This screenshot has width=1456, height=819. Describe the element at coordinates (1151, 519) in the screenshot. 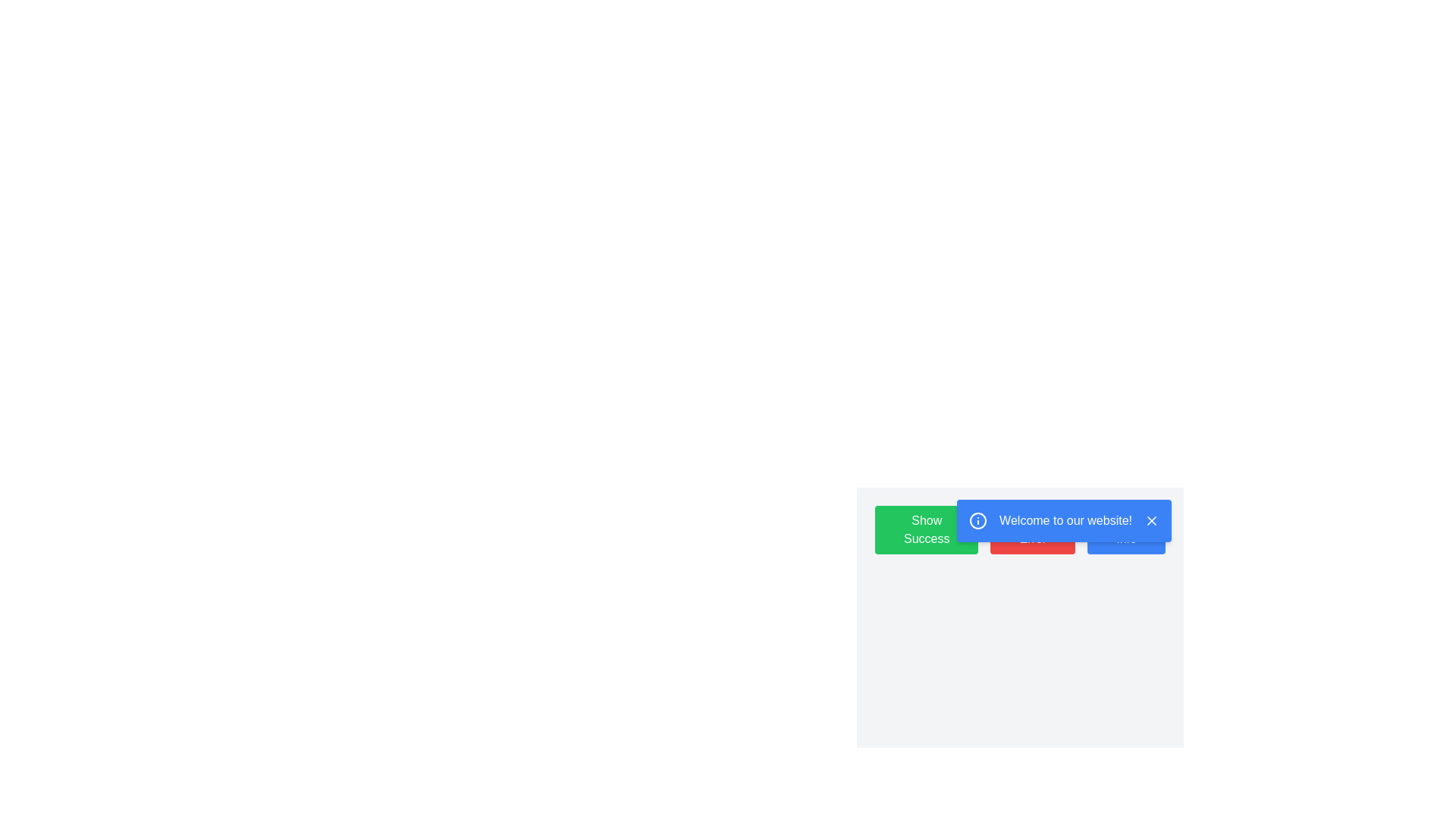

I see `the Close button, which is a small cross symbol implemented as an SVG graphic located at the top-right corner of a popup or notification box` at that location.